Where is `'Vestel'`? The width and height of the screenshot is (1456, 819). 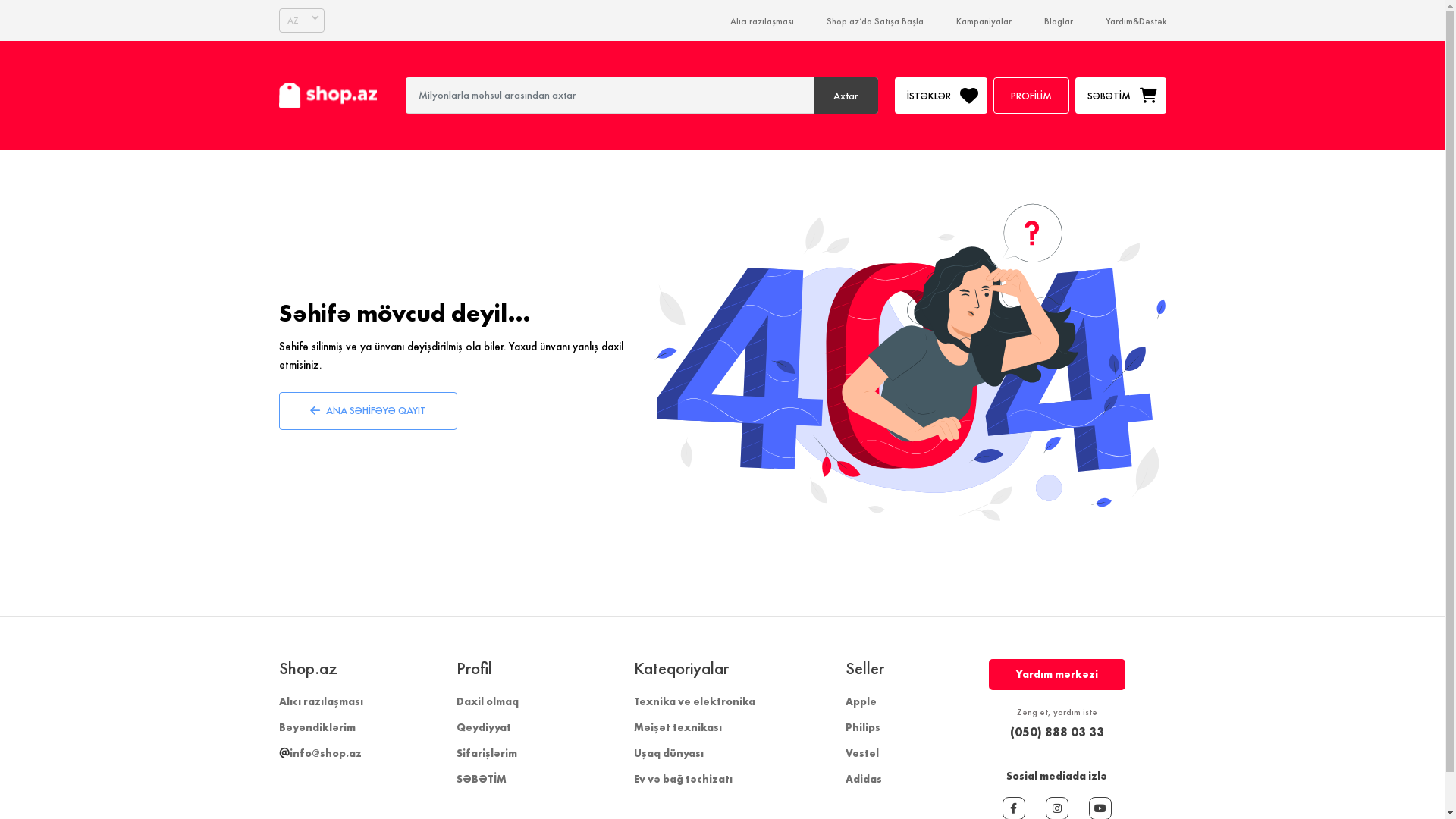
'Vestel' is located at coordinates (843, 752).